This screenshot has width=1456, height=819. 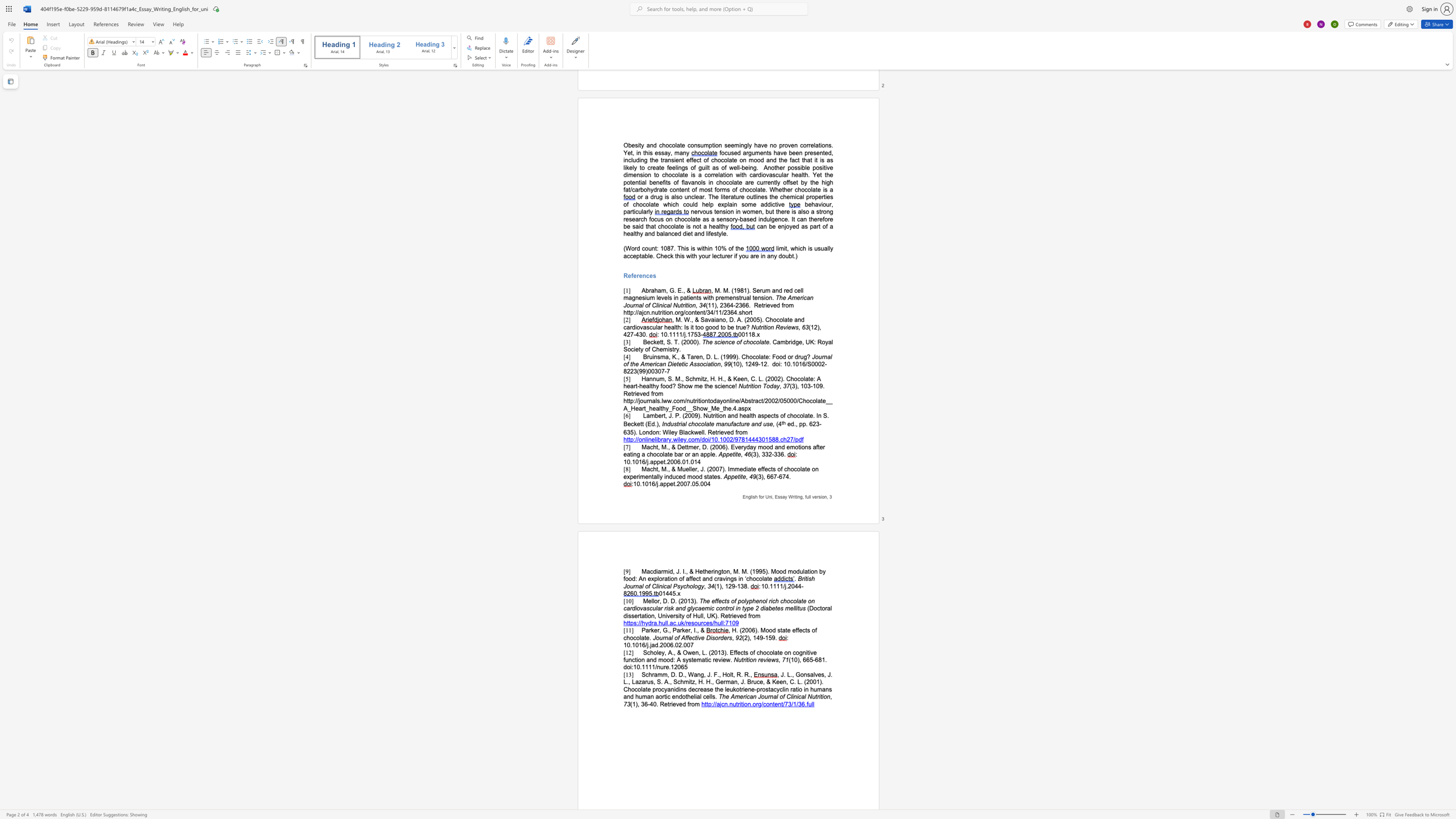 I want to click on the subset text "), 129-" within the text "(1), 129-138.", so click(x=719, y=586).